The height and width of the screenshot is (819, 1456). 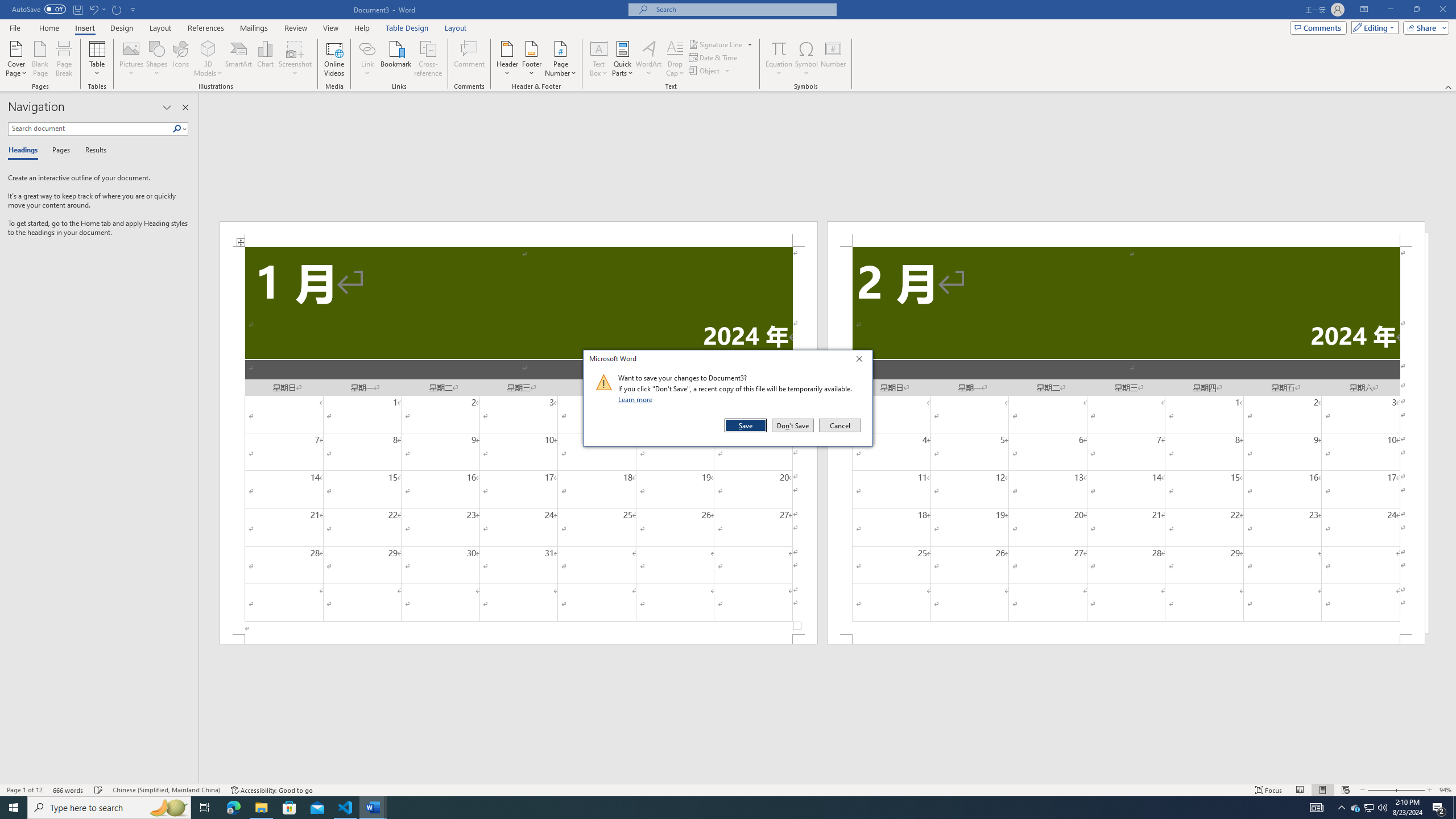 I want to click on 'Symbol', so click(x=806, y=59).